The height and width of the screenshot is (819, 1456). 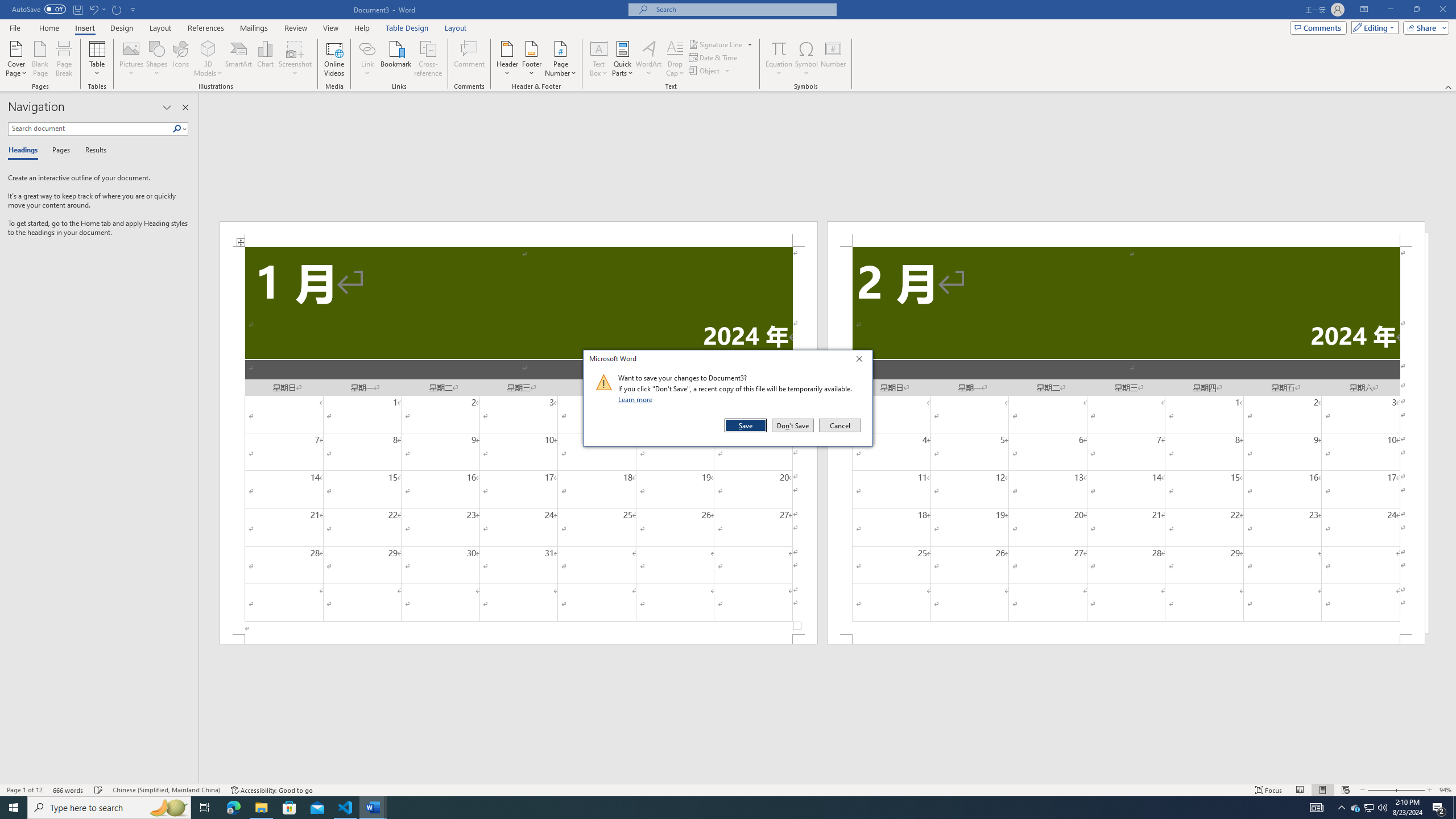 I want to click on 'Symbol', so click(x=806, y=59).